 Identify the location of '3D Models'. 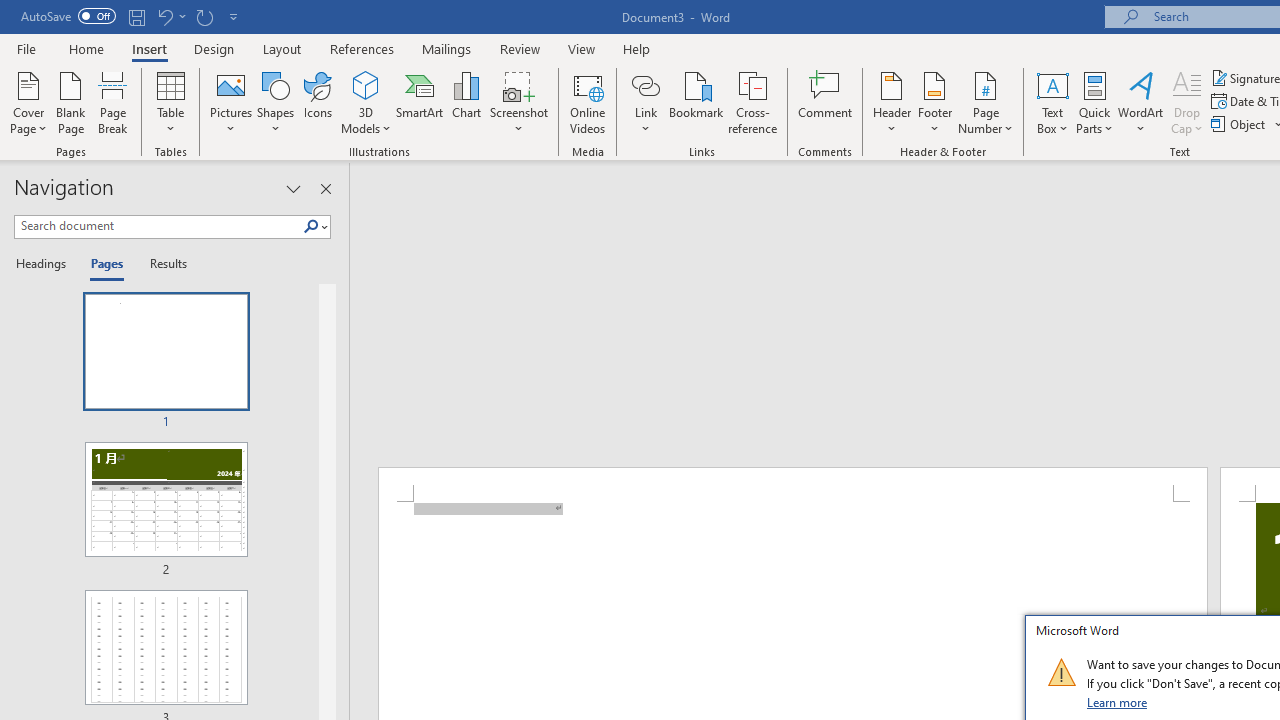
(366, 103).